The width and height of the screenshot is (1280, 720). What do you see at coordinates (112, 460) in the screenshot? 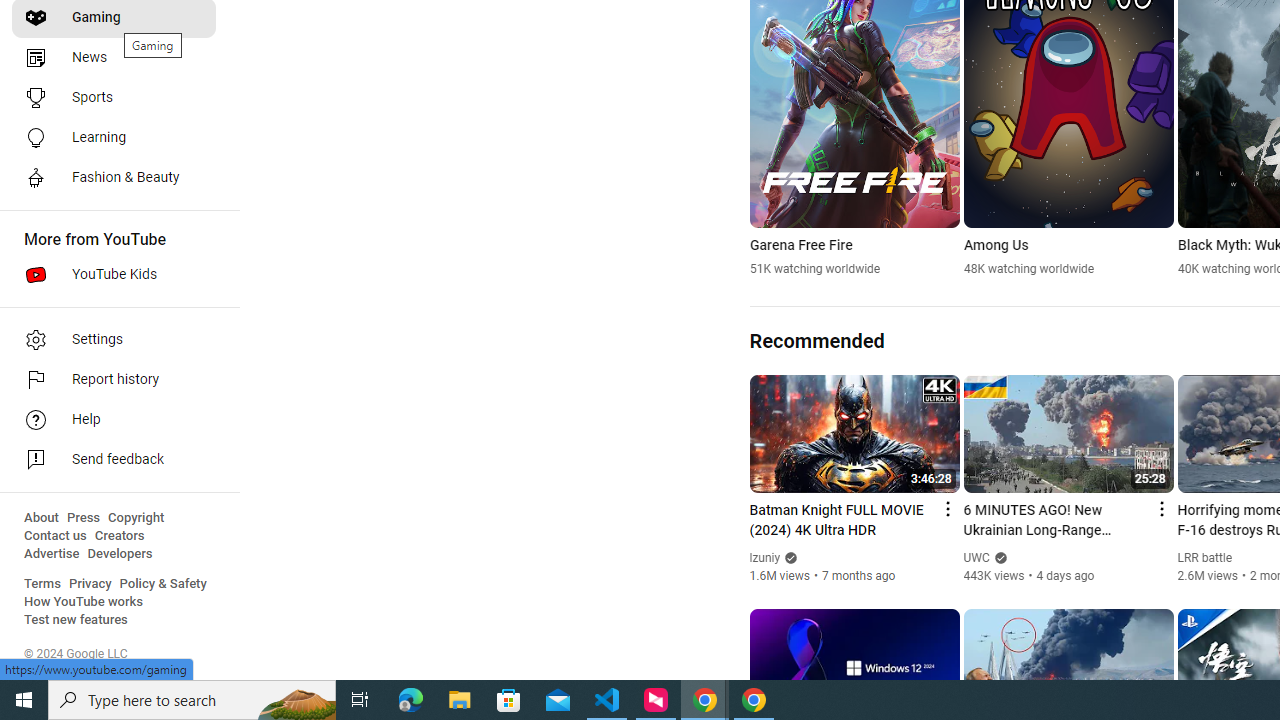
I see `'Send feedback'` at bounding box center [112, 460].